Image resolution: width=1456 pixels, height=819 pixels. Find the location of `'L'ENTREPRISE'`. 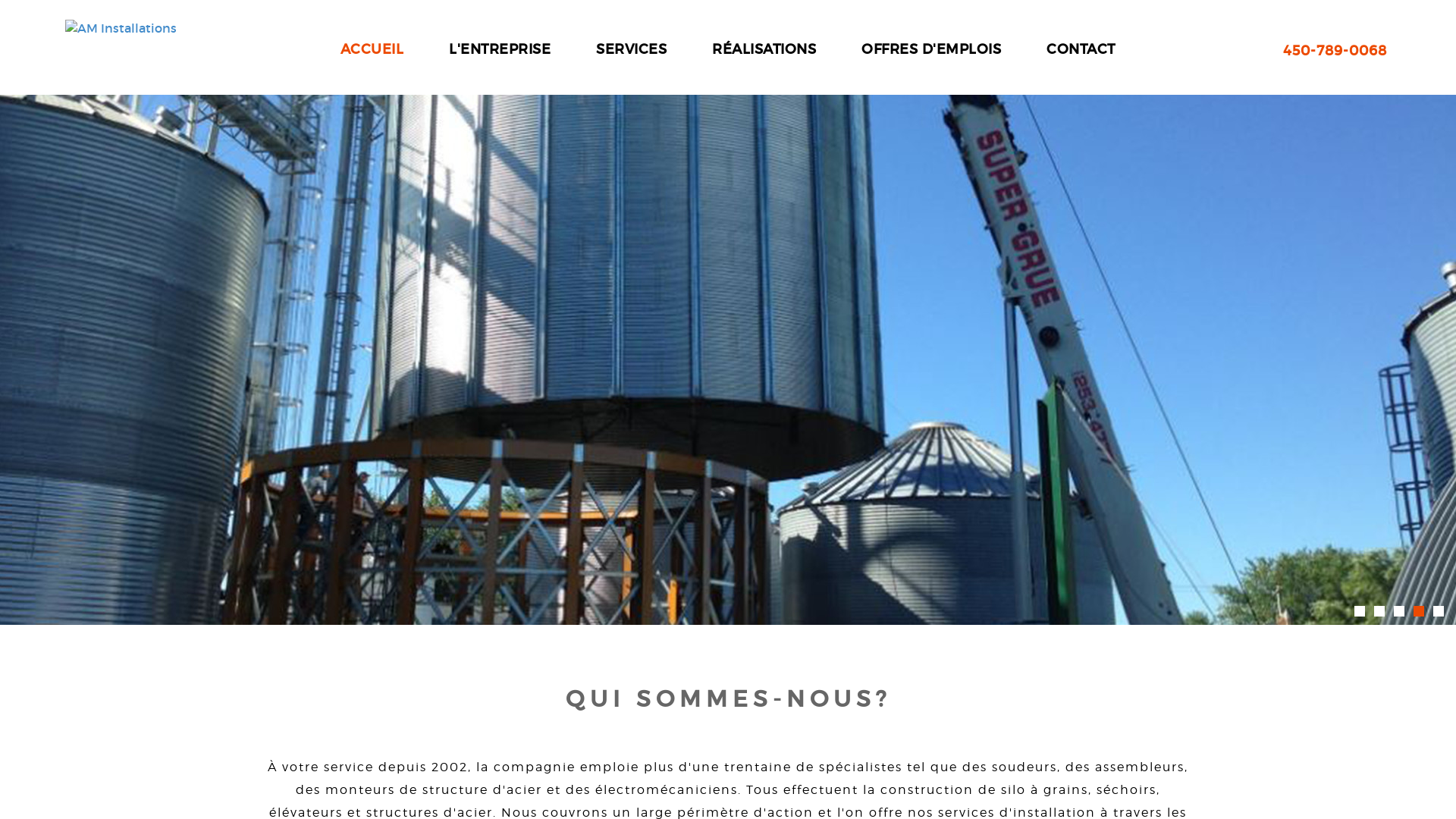

'L'ENTREPRISE' is located at coordinates (499, 49).